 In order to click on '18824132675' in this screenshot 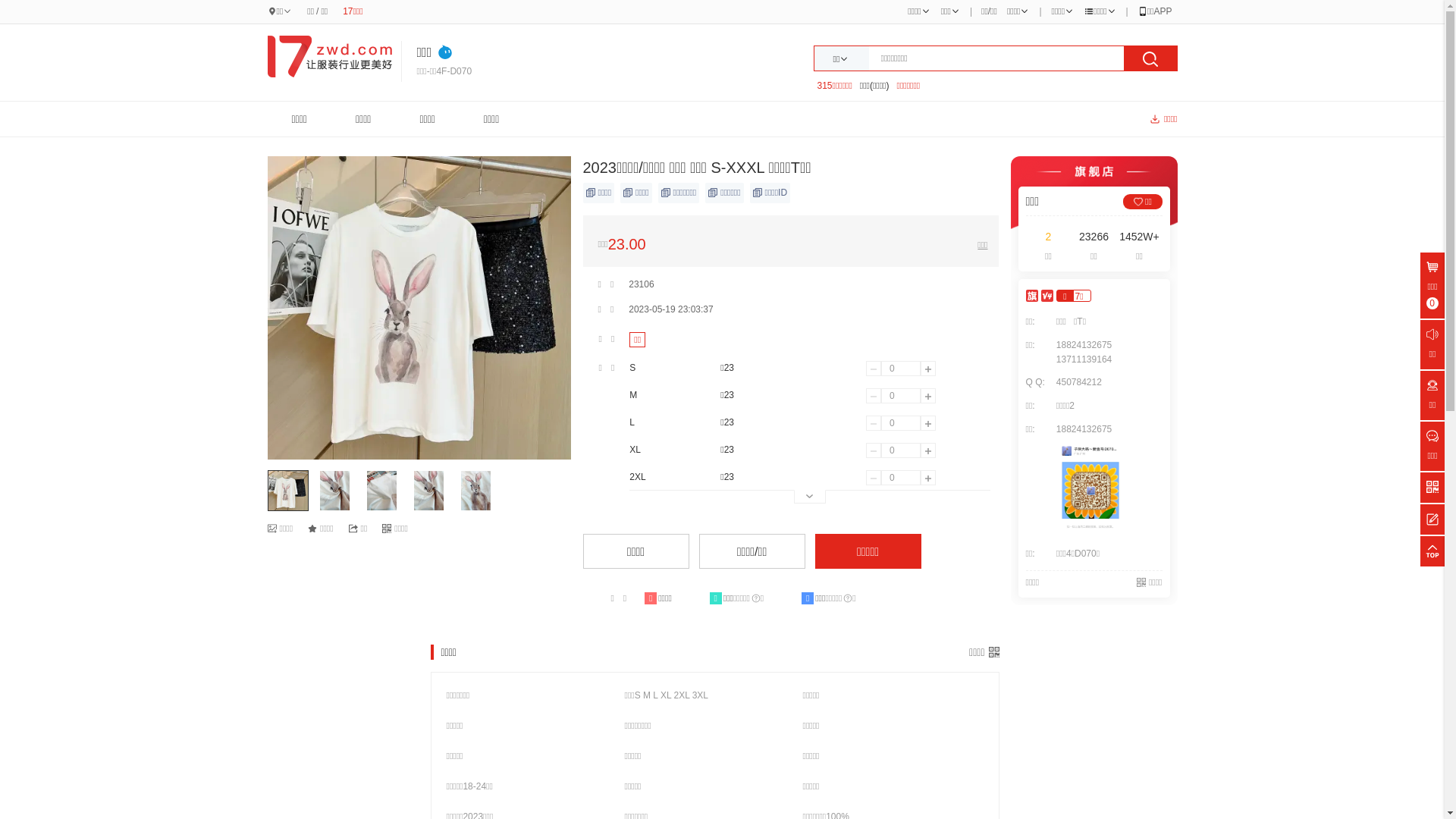, I will do `click(1083, 345)`.